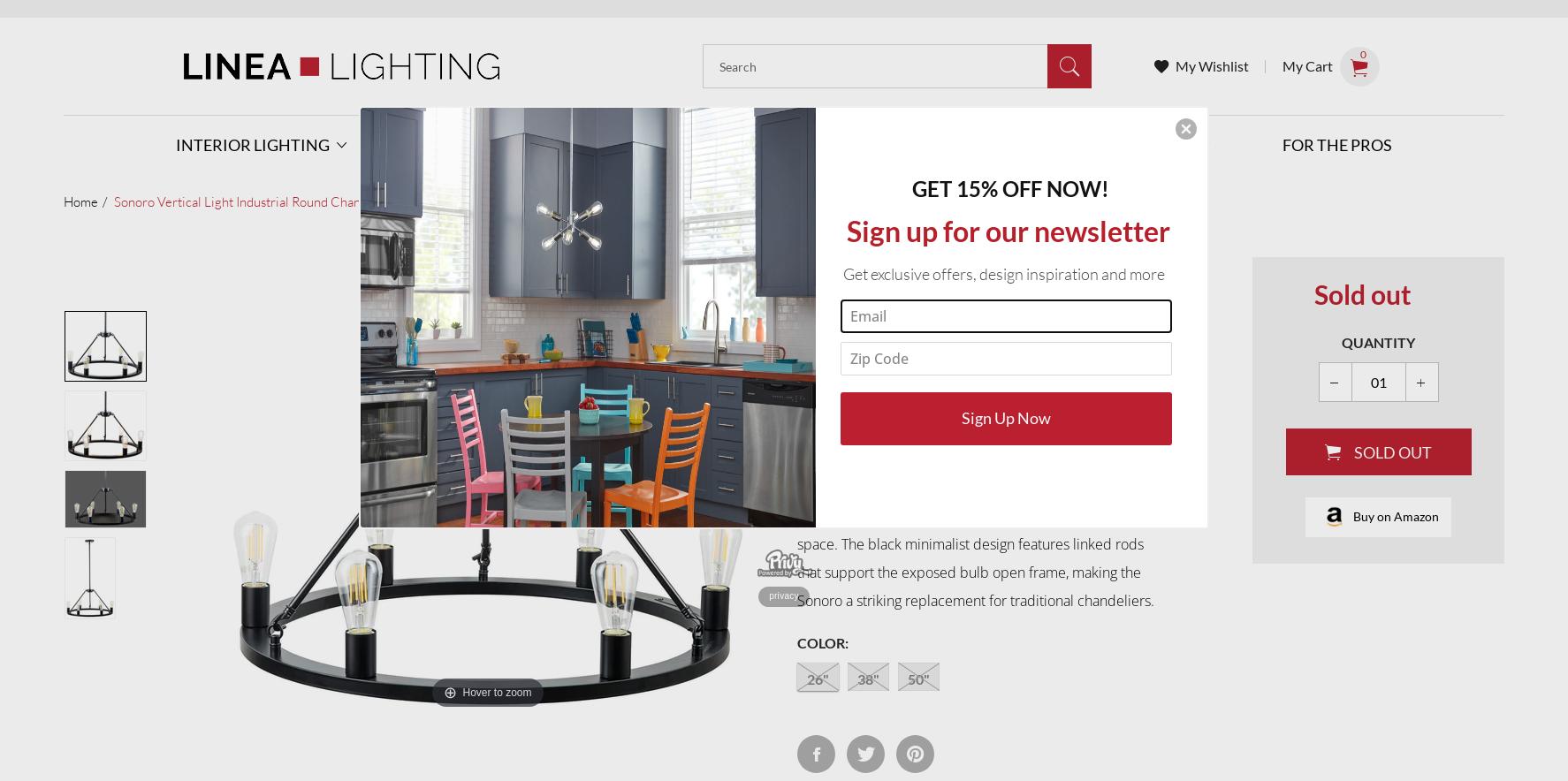 The height and width of the screenshot is (781, 1568). What do you see at coordinates (678, 631) in the screenshot?
I see `'Lucera'` at bounding box center [678, 631].